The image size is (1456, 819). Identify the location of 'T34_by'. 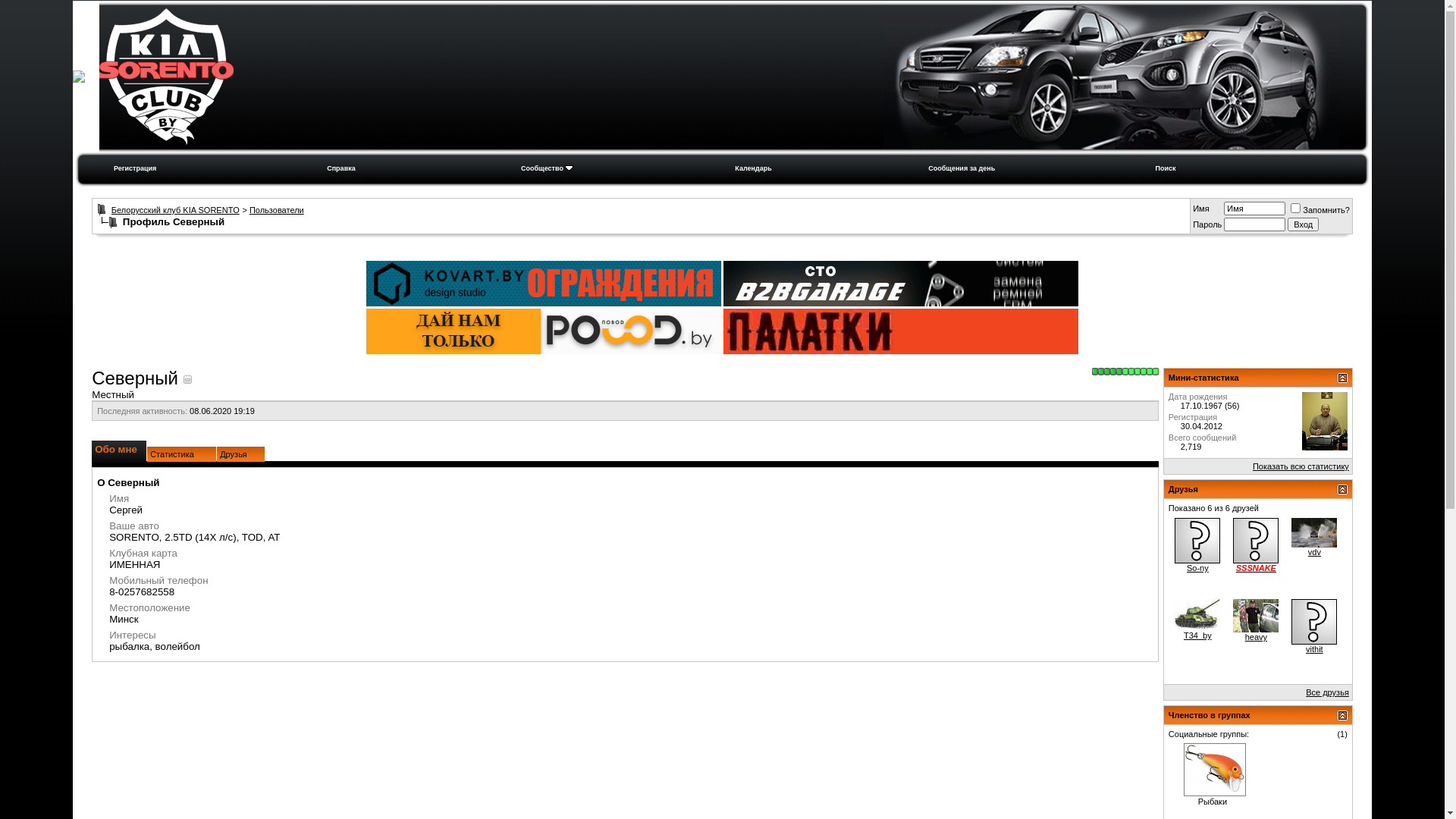
(1197, 614).